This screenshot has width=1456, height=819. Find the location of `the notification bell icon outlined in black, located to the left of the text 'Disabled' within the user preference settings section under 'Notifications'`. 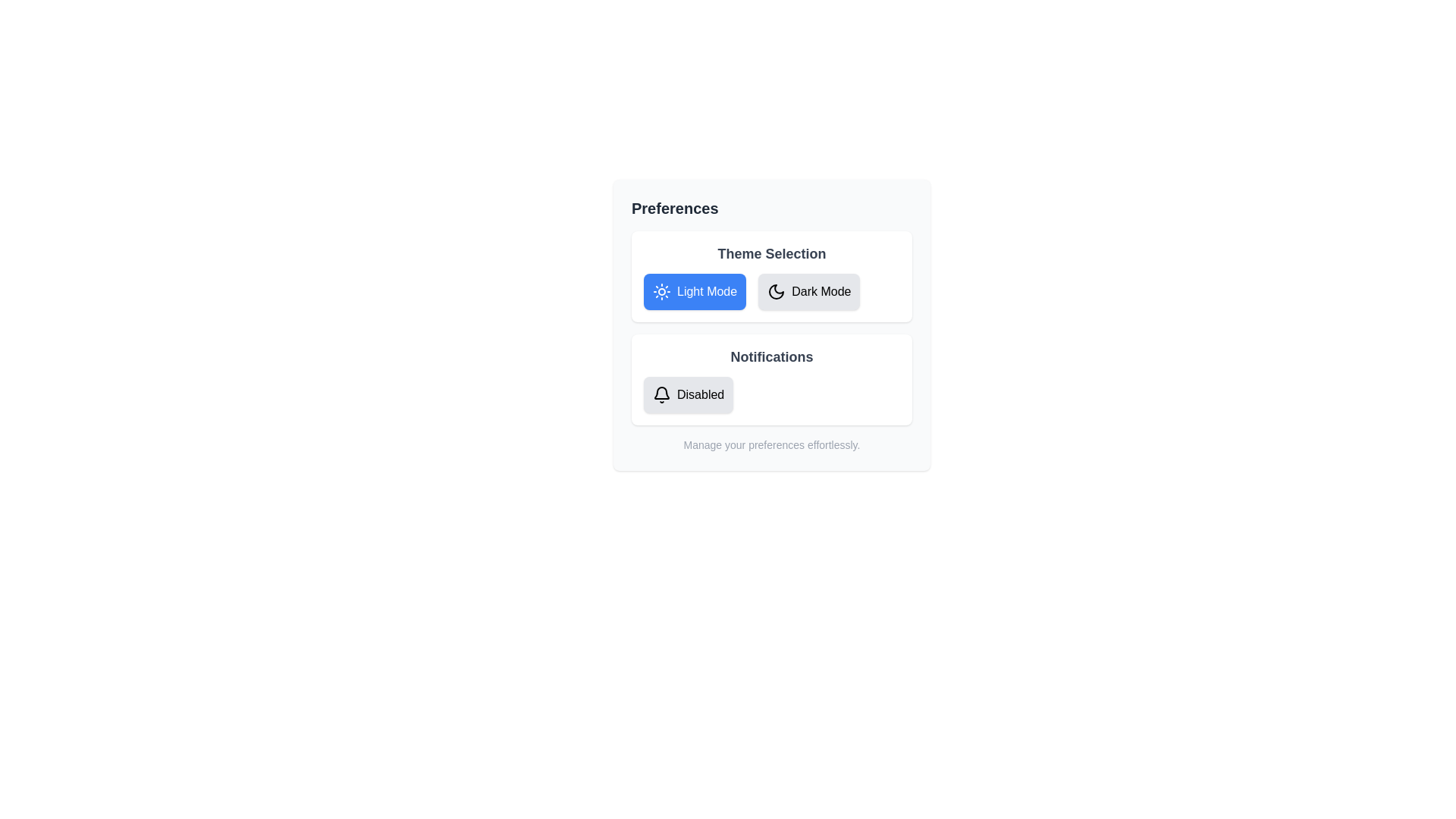

the notification bell icon outlined in black, located to the left of the text 'Disabled' within the user preference settings section under 'Notifications' is located at coordinates (662, 394).